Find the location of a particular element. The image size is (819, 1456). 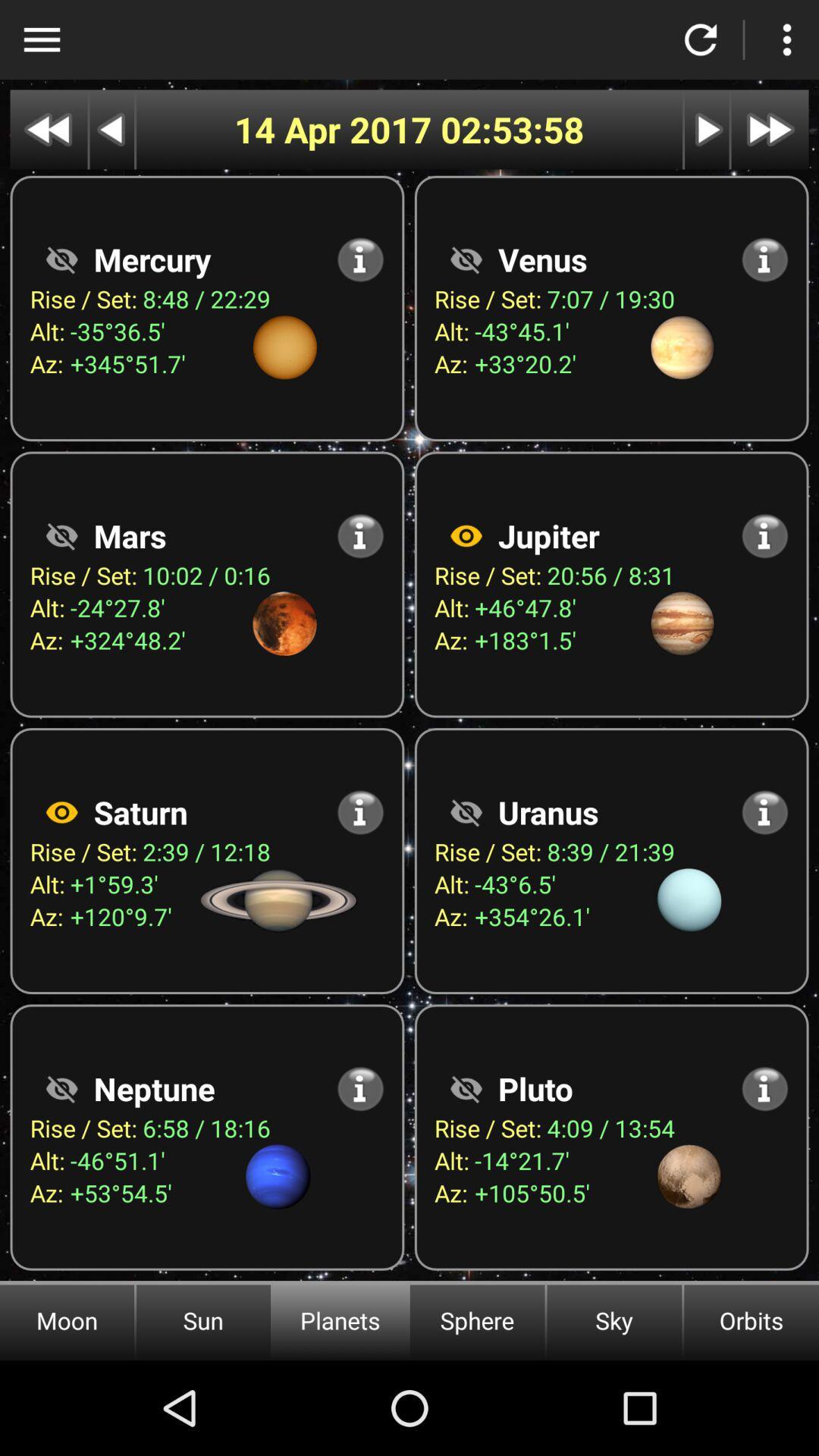

skip to next is located at coordinates (770, 130).